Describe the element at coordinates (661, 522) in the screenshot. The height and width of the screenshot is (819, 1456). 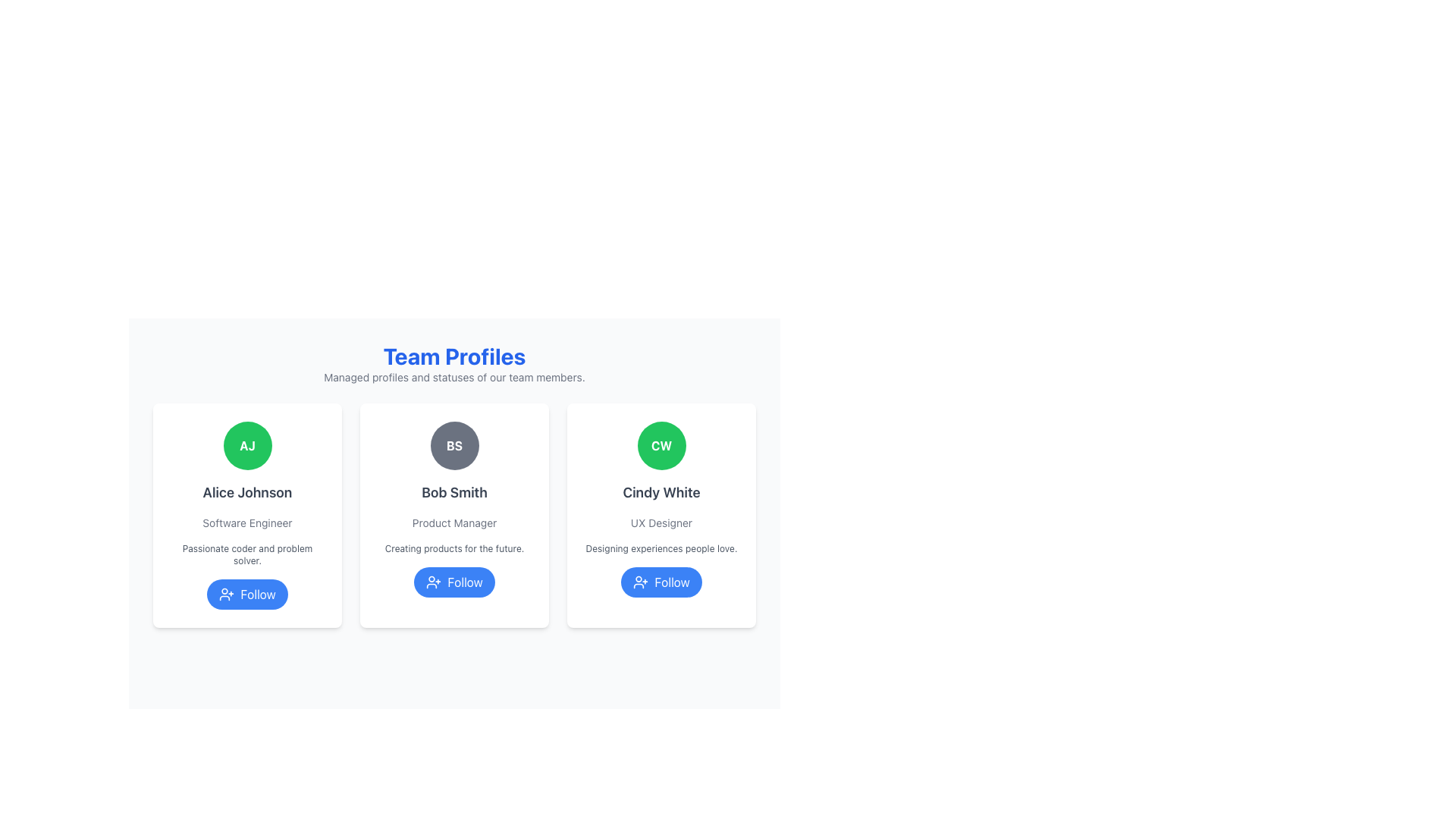
I see `text element displaying 'UX Designer' in small gray font located below 'Cindy White' in the profile card` at that location.